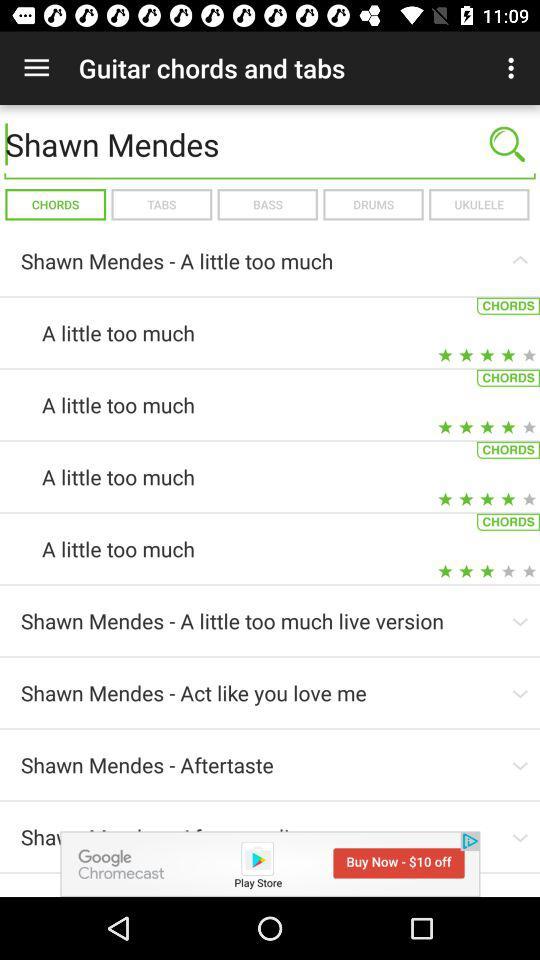 The height and width of the screenshot is (960, 540). Describe the element at coordinates (507, 143) in the screenshot. I see `the search icon` at that location.